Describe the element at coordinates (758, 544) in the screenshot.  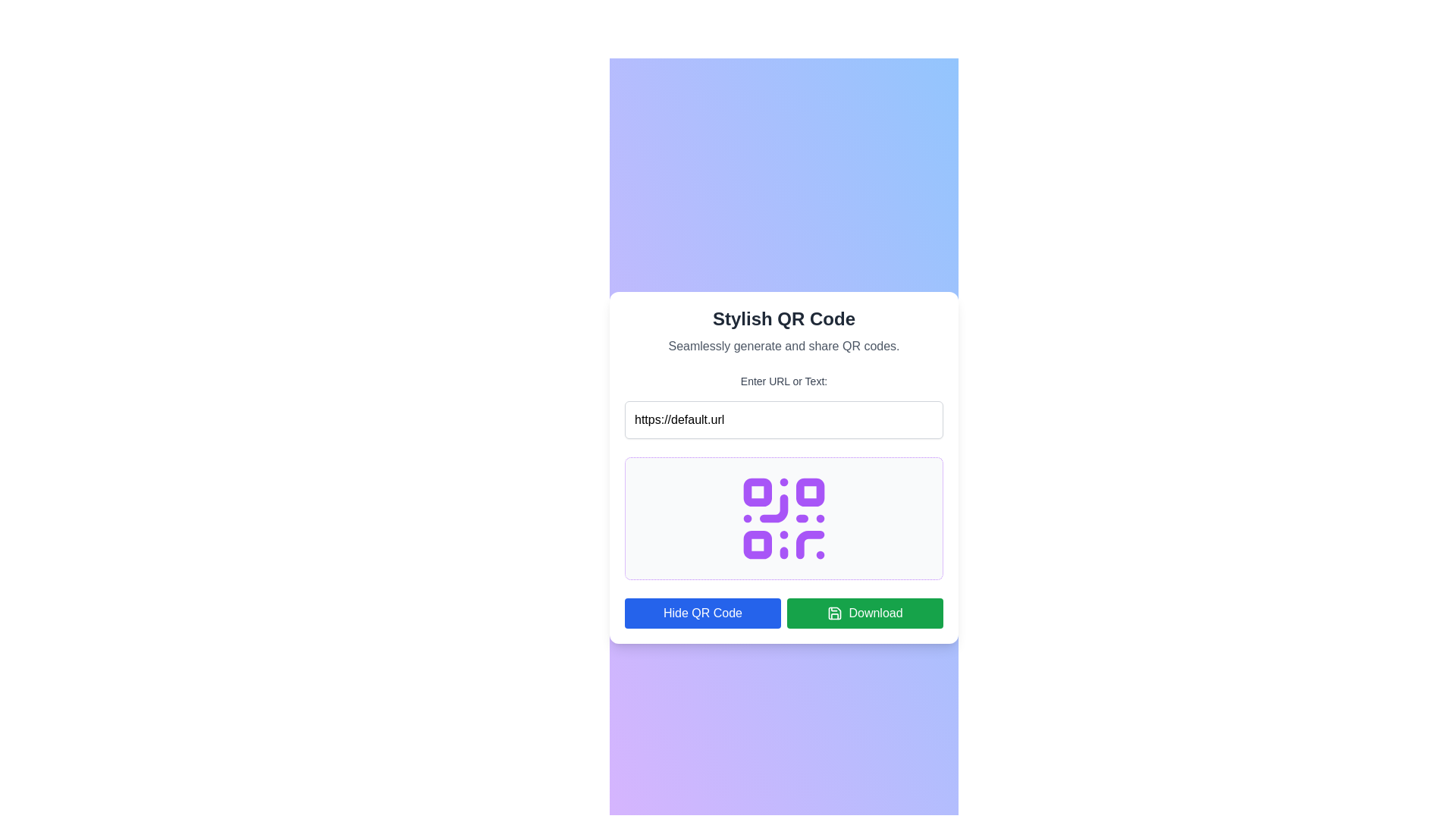
I see `the small, purple square with rounded corners located in the bottom left of the QR code graphic, which is the third square component of the QR code` at that location.